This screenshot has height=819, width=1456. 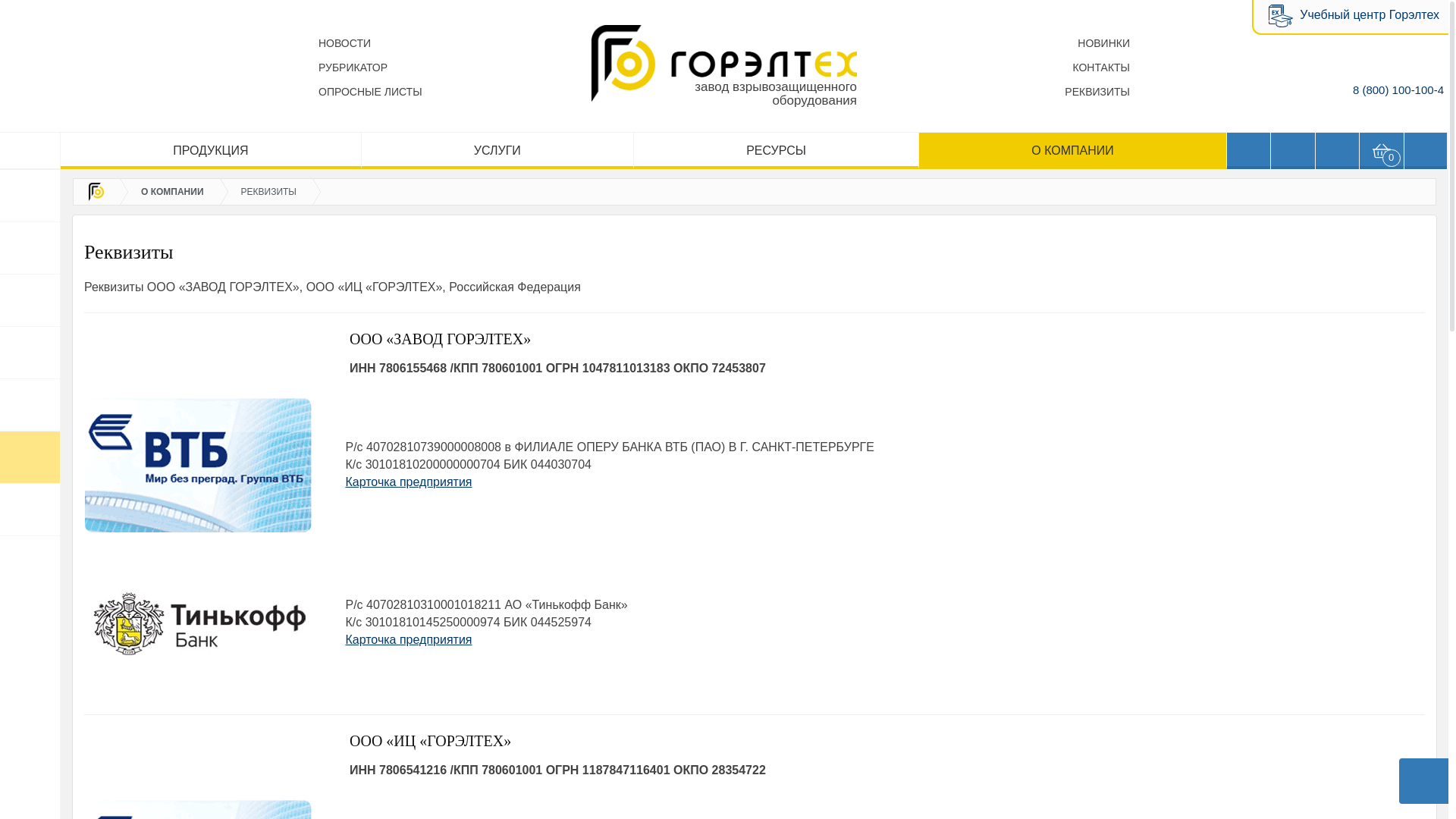 I want to click on '8 (800) 100-100-4', so click(x=1397, y=89).